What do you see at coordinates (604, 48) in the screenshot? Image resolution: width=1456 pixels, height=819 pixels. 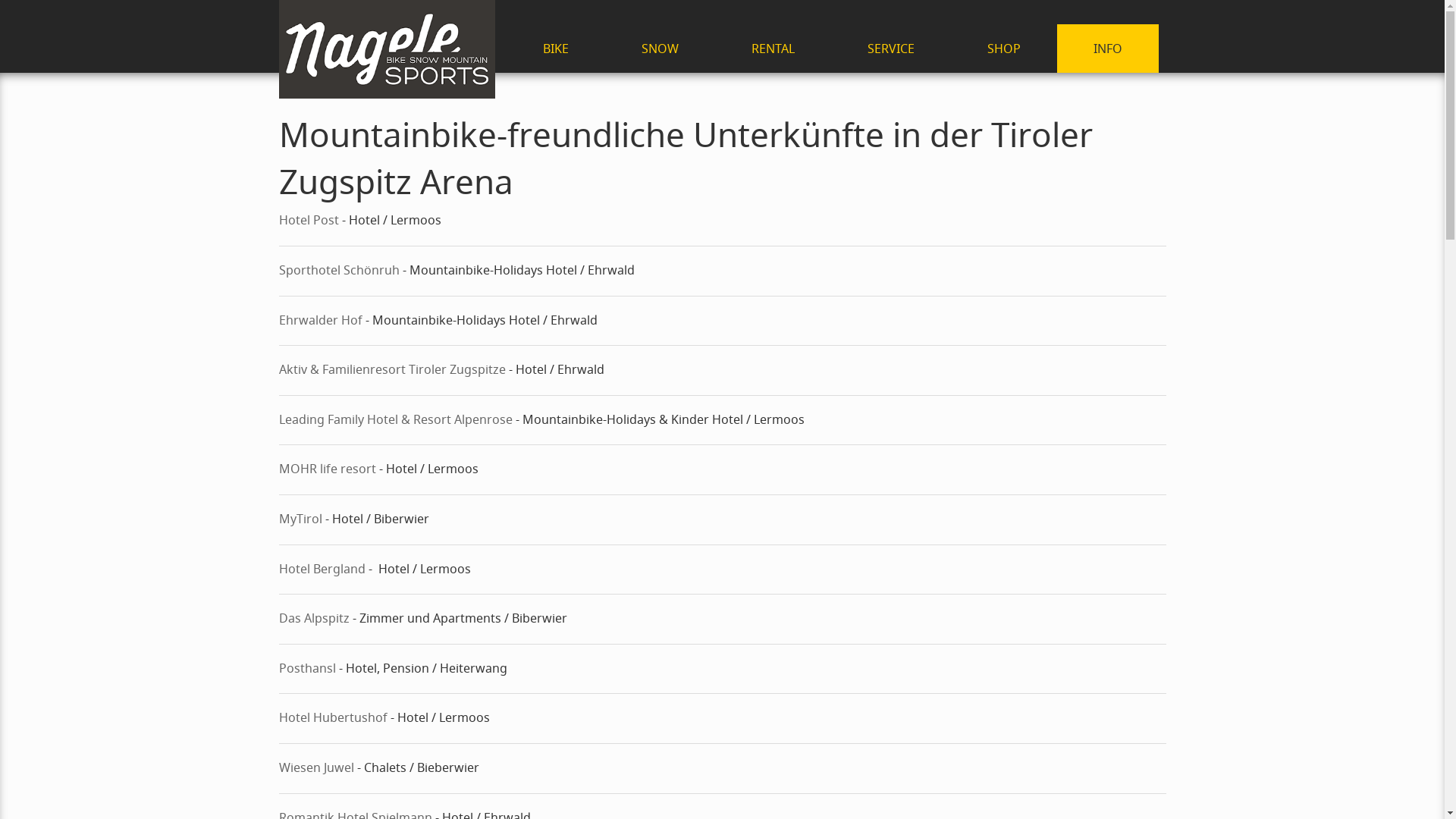 I see `'SNOW'` at bounding box center [604, 48].